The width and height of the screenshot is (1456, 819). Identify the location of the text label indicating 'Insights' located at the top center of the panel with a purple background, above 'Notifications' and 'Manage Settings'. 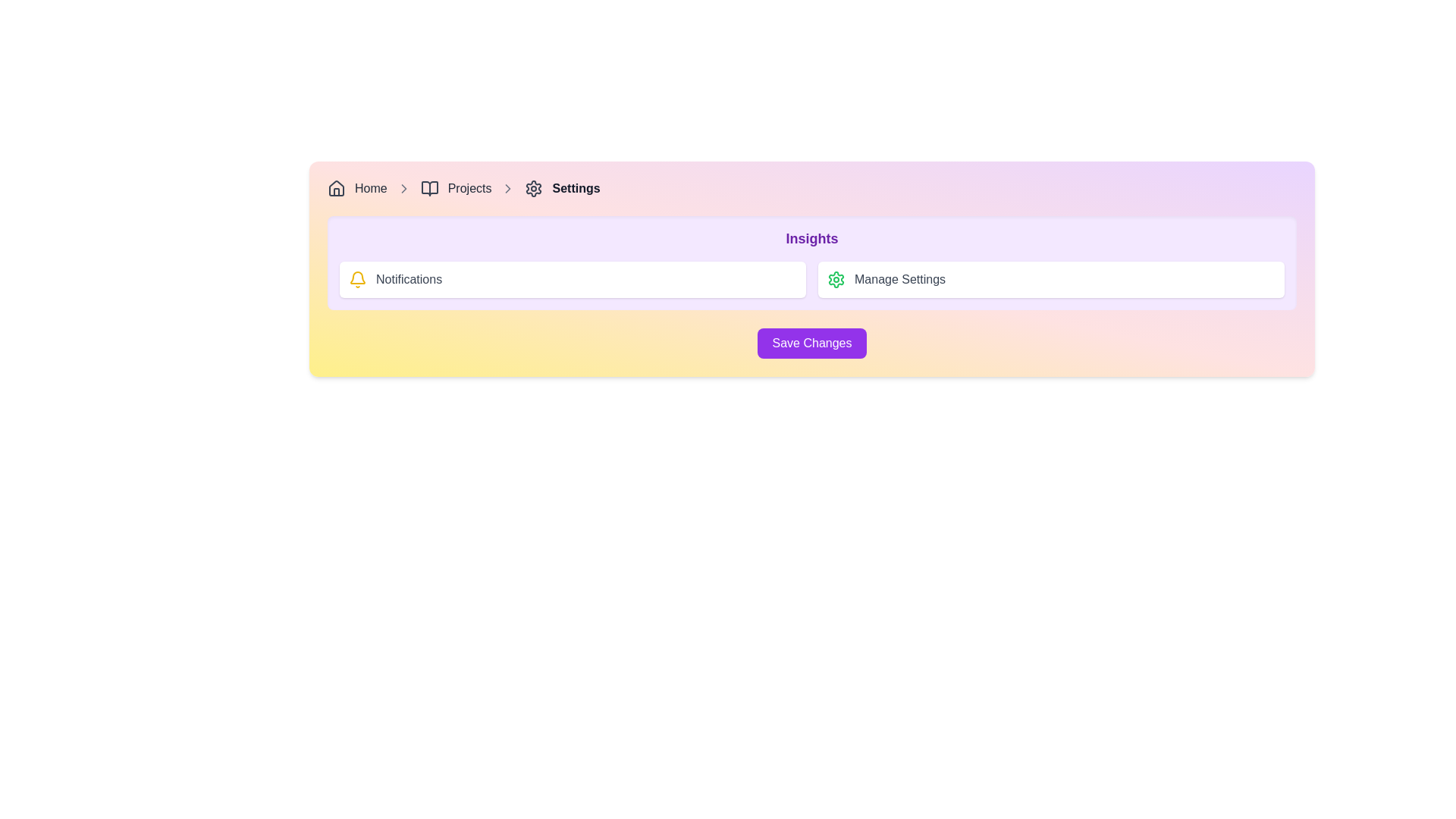
(811, 239).